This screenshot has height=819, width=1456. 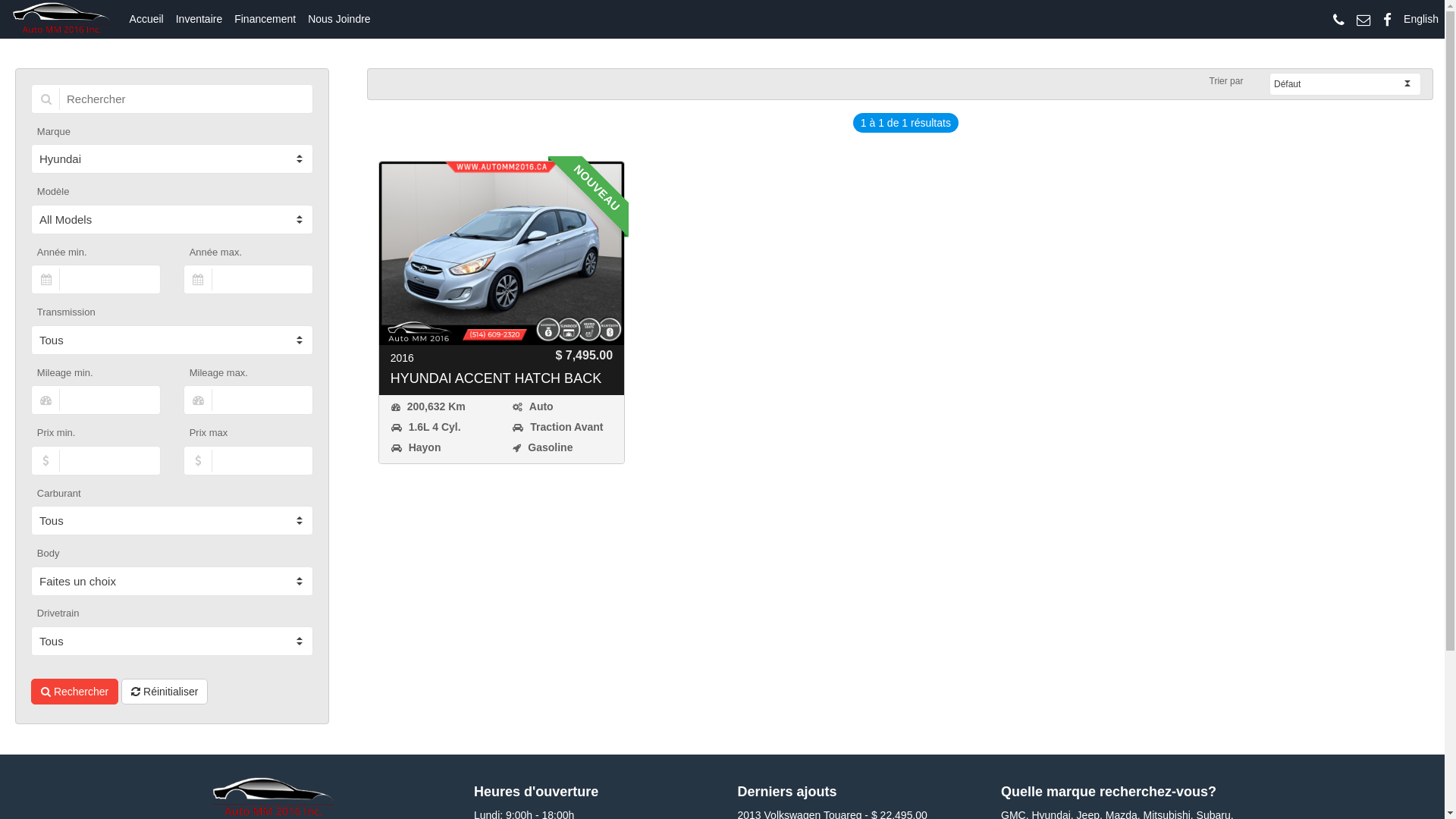 I want to click on 'English', so click(x=1397, y=18).